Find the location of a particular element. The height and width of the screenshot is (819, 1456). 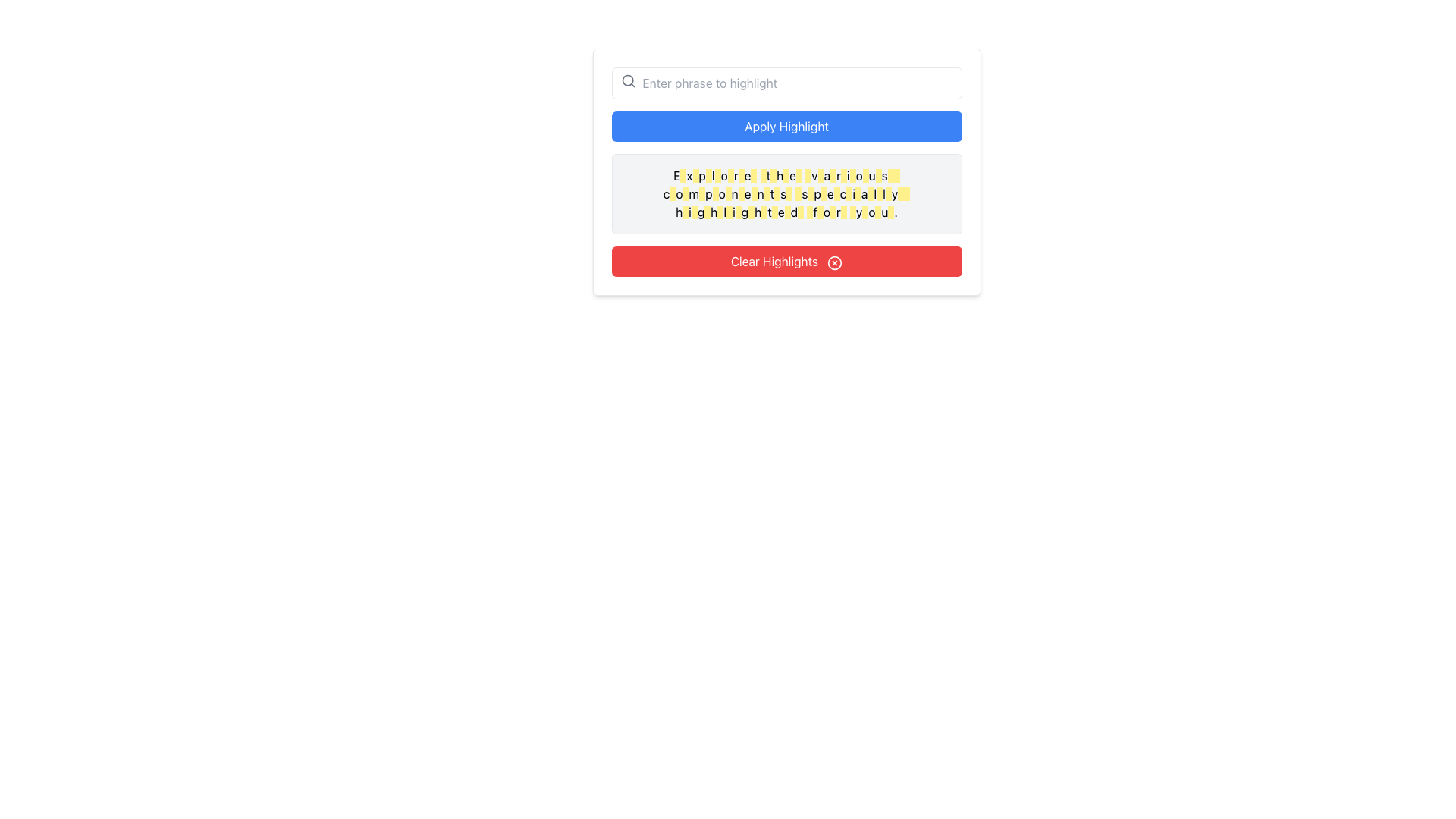

the 30th Static highlight block element, which visually highlights a section of text and is located under the text 'Explore the various components specially highlighted for you.' is located at coordinates (685, 212).